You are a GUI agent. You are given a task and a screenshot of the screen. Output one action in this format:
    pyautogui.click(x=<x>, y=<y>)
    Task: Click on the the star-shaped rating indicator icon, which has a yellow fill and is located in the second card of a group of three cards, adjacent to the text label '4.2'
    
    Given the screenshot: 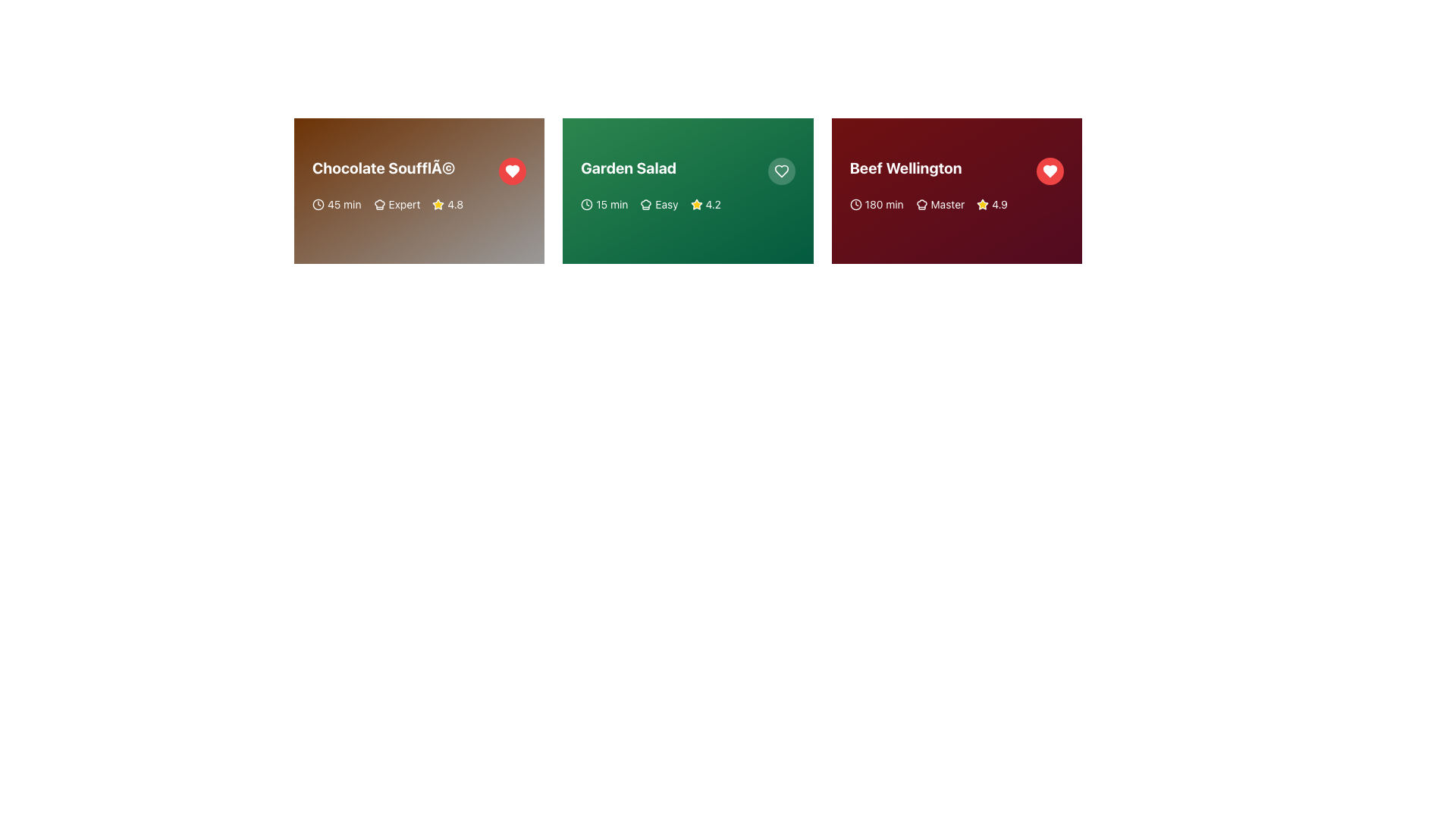 What is the action you would take?
    pyautogui.click(x=695, y=205)
    